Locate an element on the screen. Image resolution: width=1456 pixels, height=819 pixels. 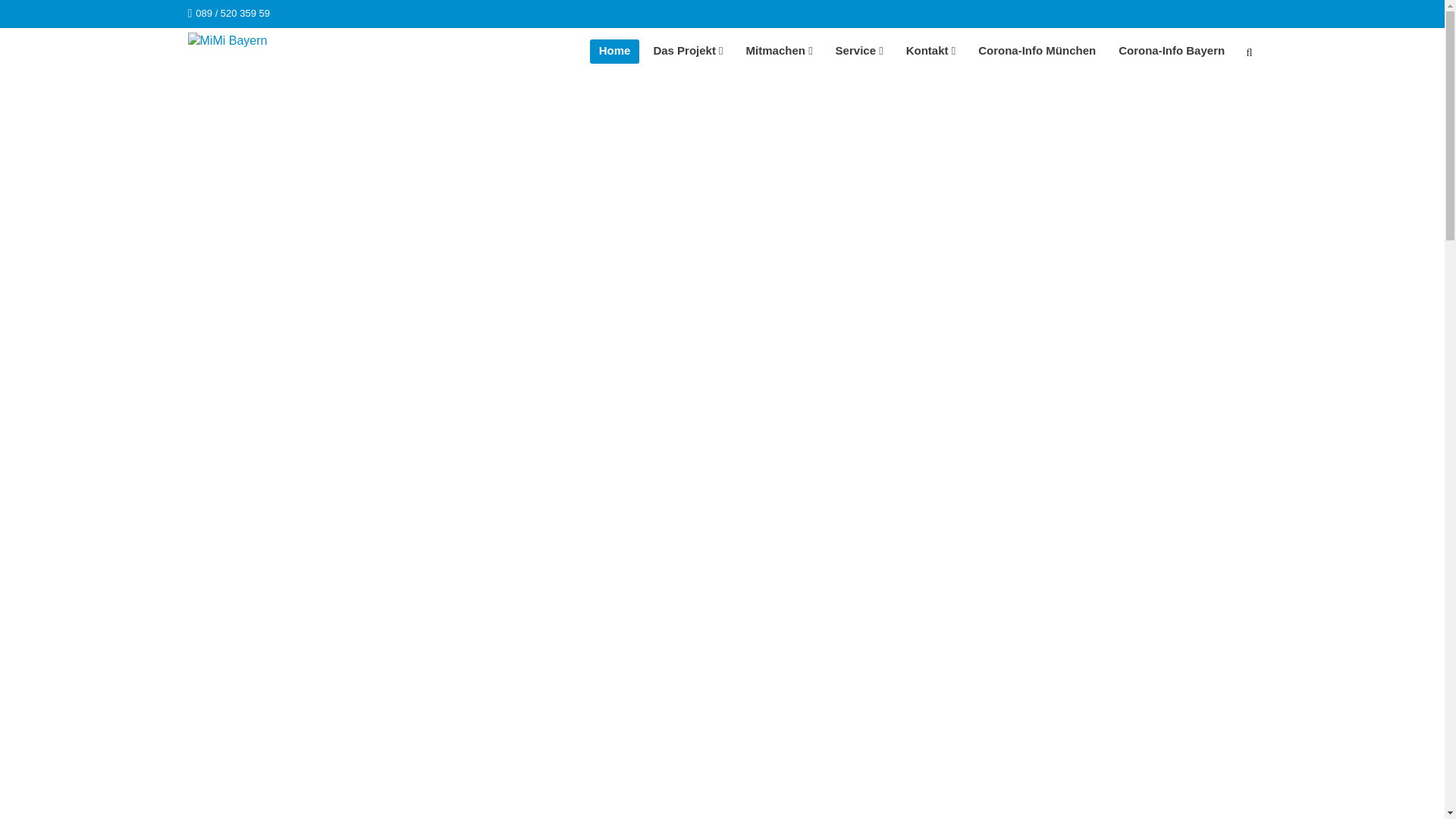
'Corona-Info Bayern' is located at coordinates (1171, 51).